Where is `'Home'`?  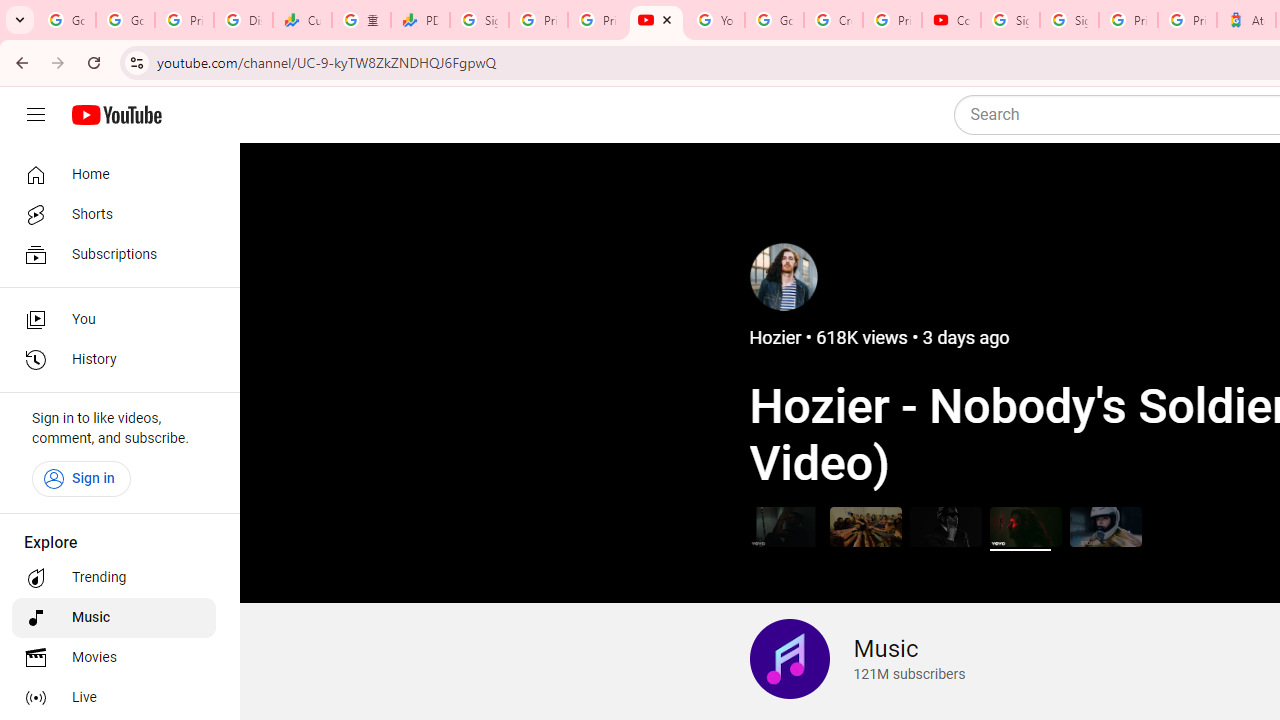 'Home' is located at coordinates (112, 173).